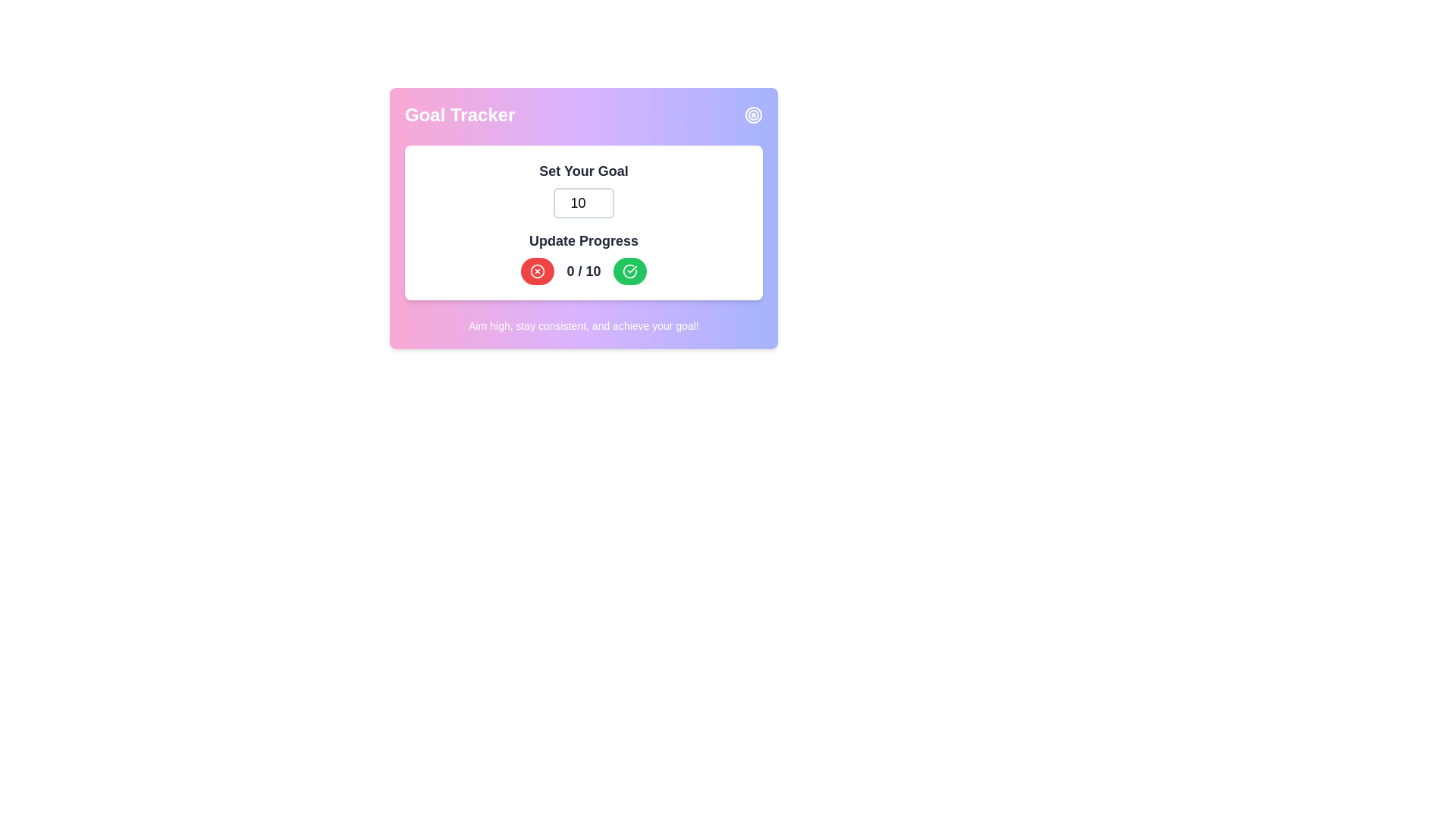  I want to click on the Text Label that serves as a heading for setting a goal, positioned at the top of its section within a card-like design, so click(582, 171).